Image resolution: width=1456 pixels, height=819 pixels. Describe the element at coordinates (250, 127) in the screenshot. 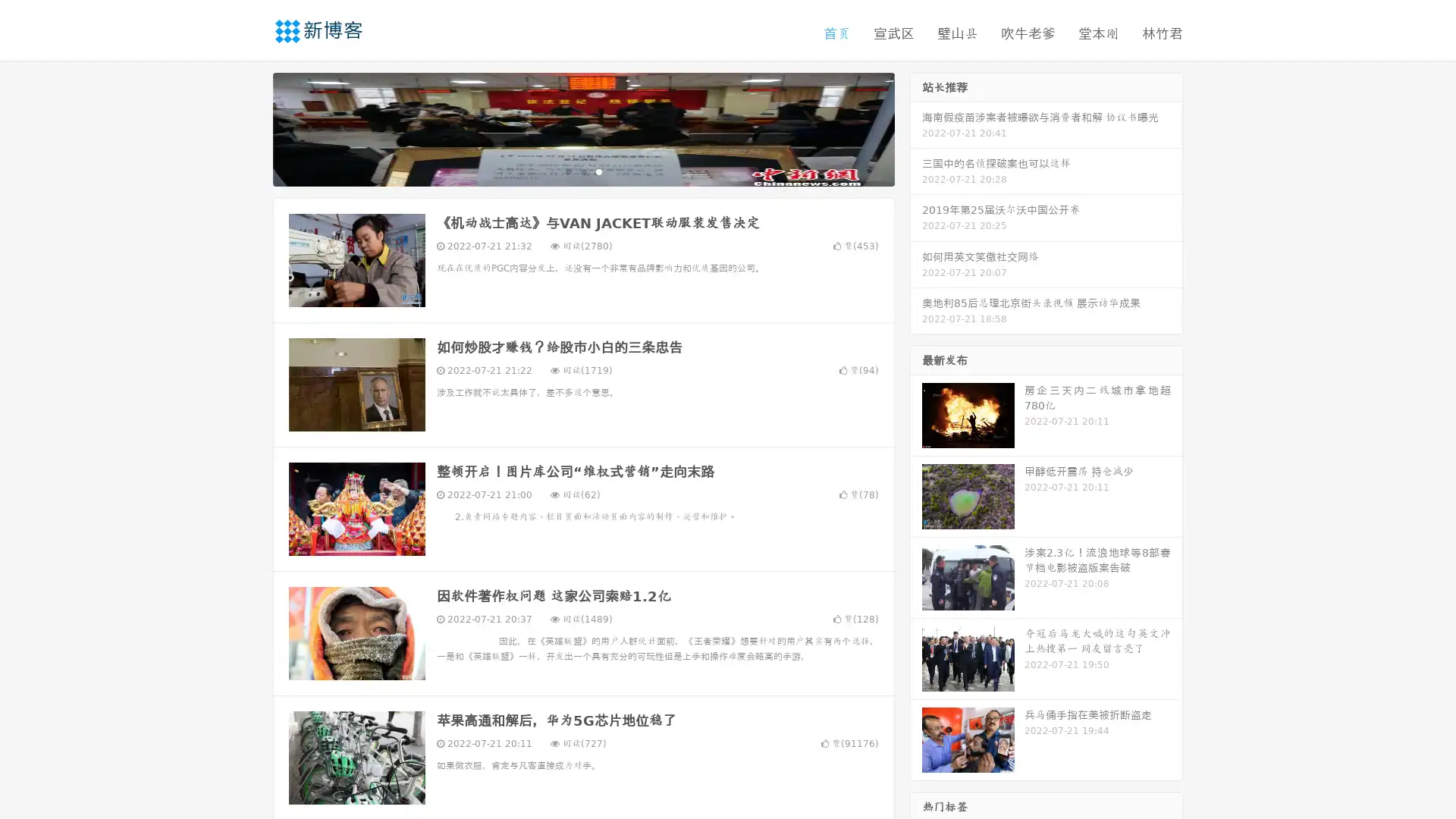

I see `Previous slide` at that location.